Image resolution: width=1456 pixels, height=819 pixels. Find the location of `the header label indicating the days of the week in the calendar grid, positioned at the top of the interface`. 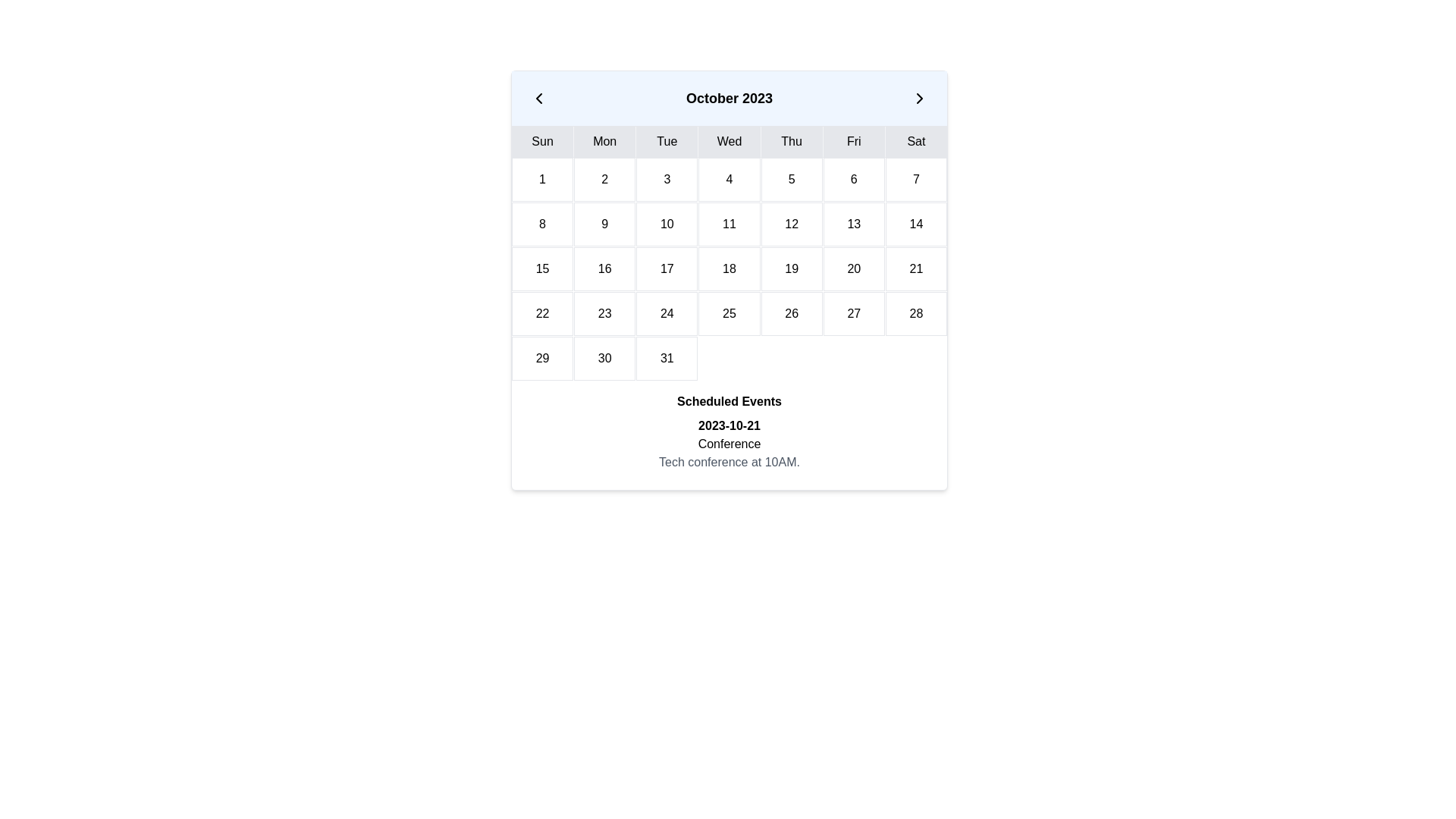

the header label indicating the days of the week in the calendar grid, positioned at the top of the interface is located at coordinates (542, 141).